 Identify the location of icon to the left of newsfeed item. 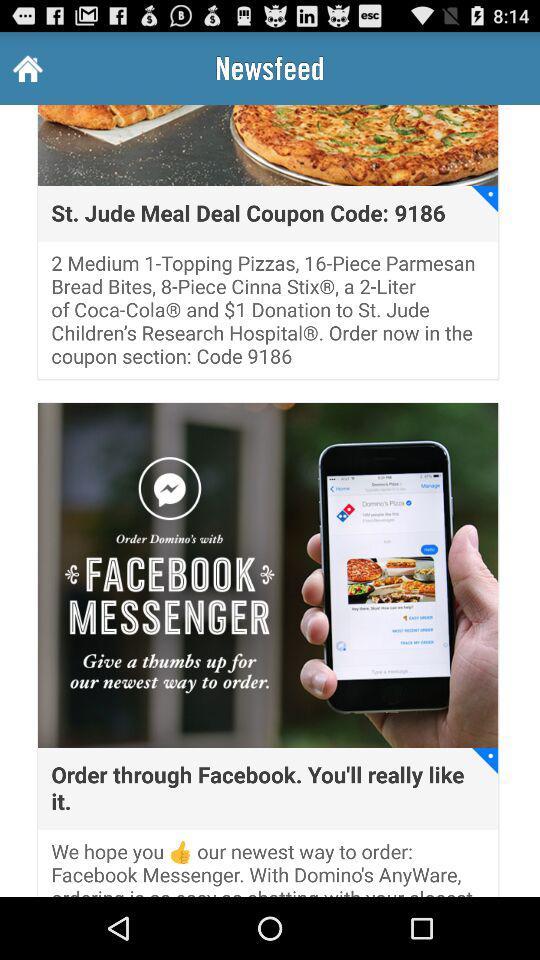
(25, 68).